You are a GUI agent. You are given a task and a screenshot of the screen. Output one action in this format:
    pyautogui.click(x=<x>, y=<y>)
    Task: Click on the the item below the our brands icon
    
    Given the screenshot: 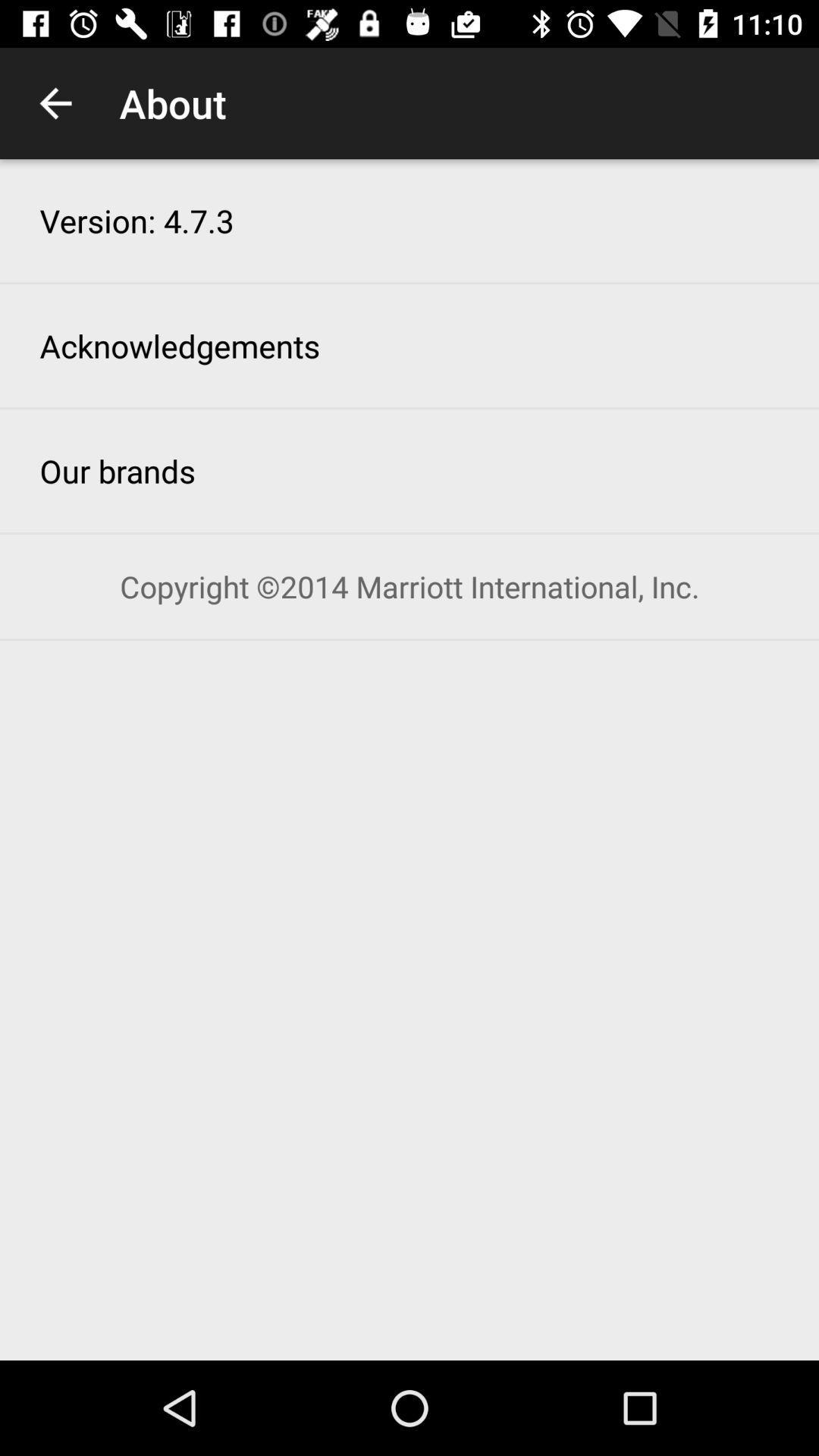 What is the action you would take?
    pyautogui.click(x=409, y=585)
    